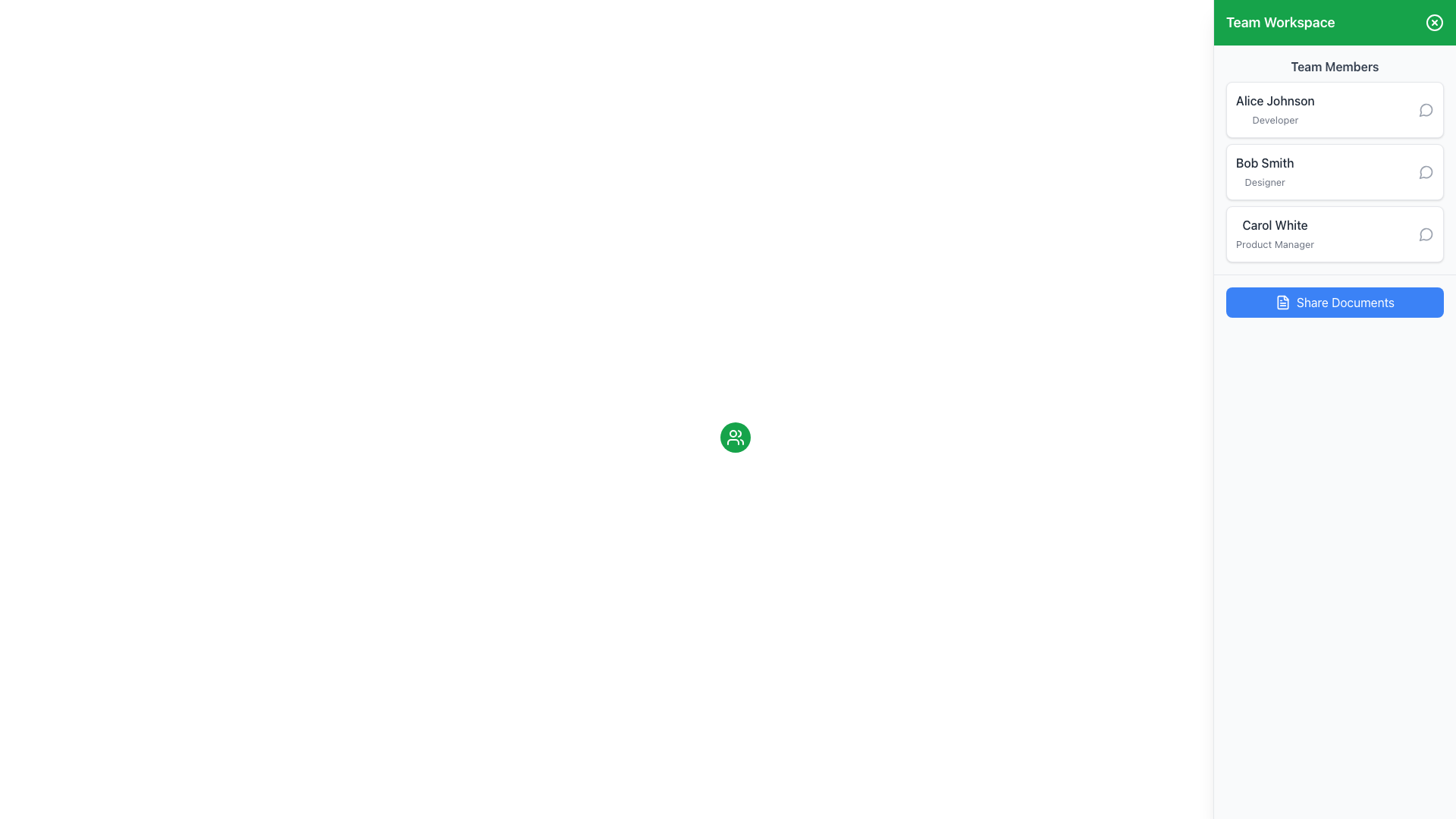 The image size is (1456, 819). What do you see at coordinates (1274, 100) in the screenshot?
I see `the static text label displaying 'Alice Johnson' at the top of the 'Team Members' section in the top-right sidebar` at bounding box center [1274, 100].